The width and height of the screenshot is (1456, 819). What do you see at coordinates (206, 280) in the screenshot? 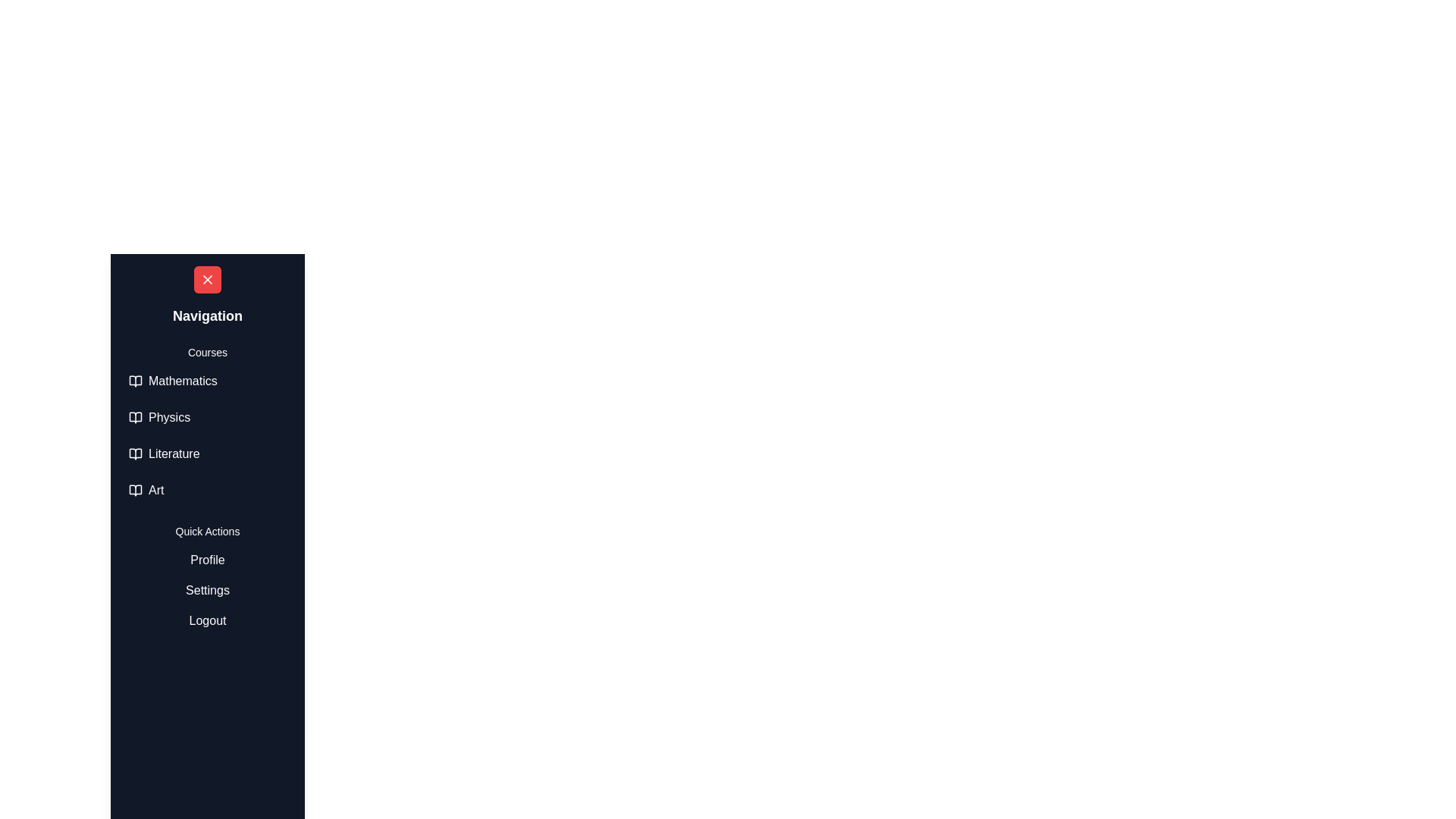
I see `the red square icon with a white 'X' inside, located at the top of the dark sidebar menu` at bounding box center [206, 280].